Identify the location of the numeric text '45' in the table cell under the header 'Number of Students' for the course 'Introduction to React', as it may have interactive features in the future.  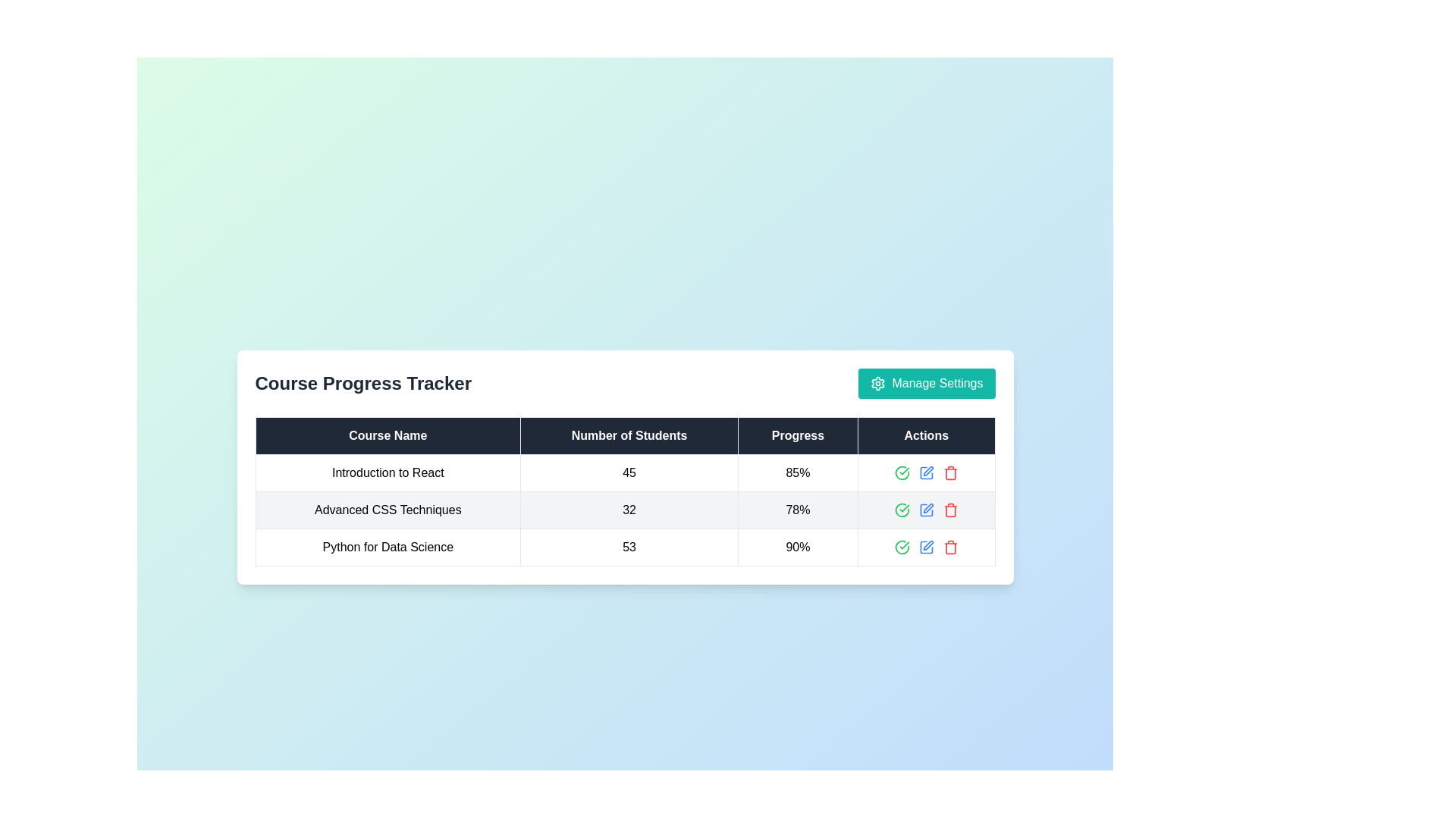
(629, 472).